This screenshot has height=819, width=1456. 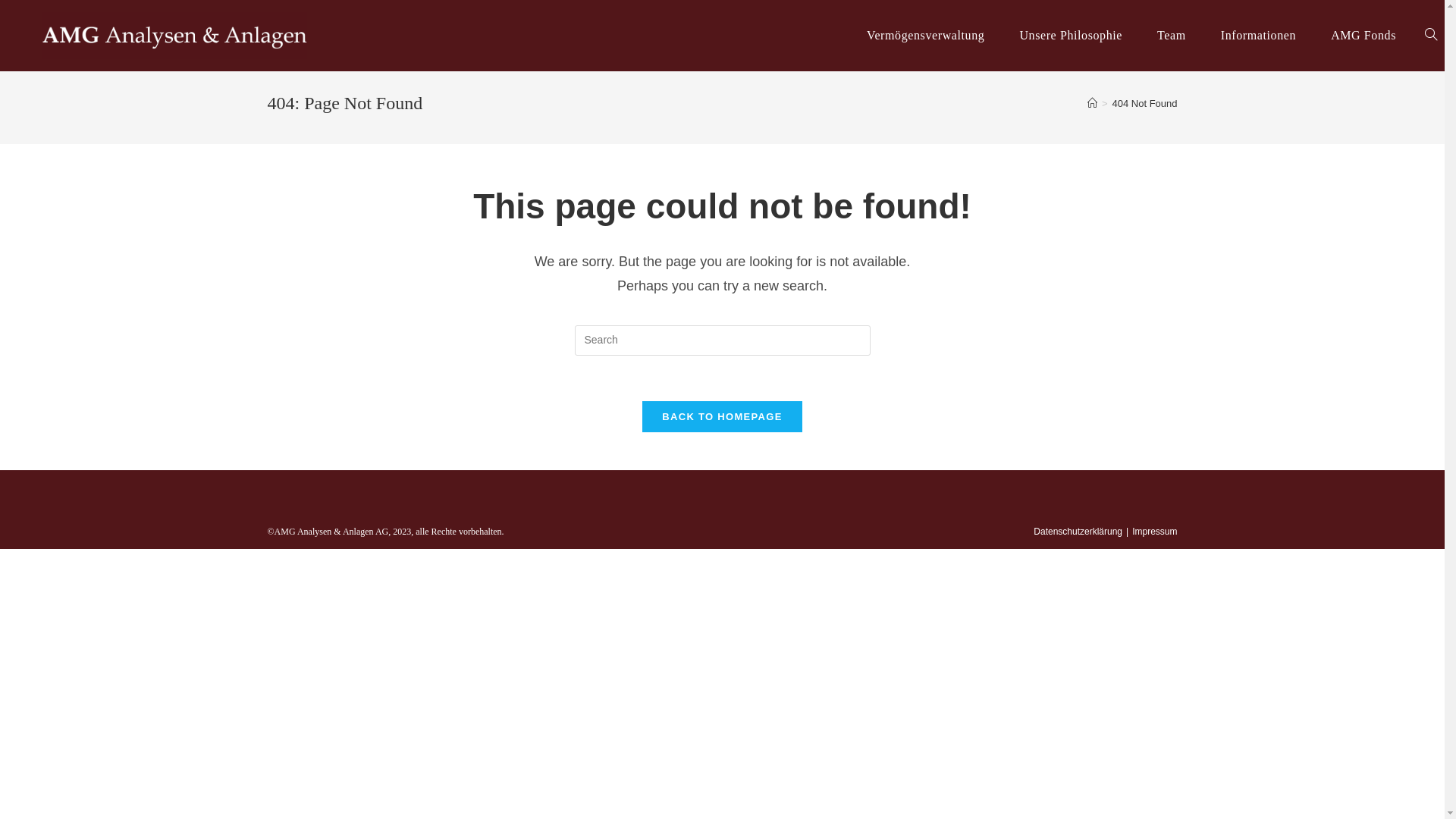 I want to click on 'Unsere Philosophie', so click(x=1069, y=34).